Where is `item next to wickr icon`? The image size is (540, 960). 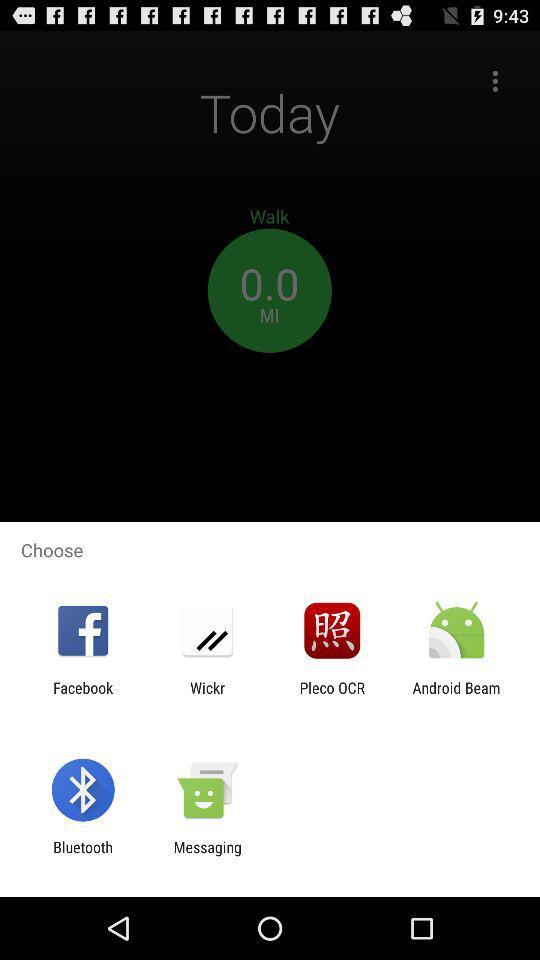 item next to wickr icon is located at coordinates (332, 696).